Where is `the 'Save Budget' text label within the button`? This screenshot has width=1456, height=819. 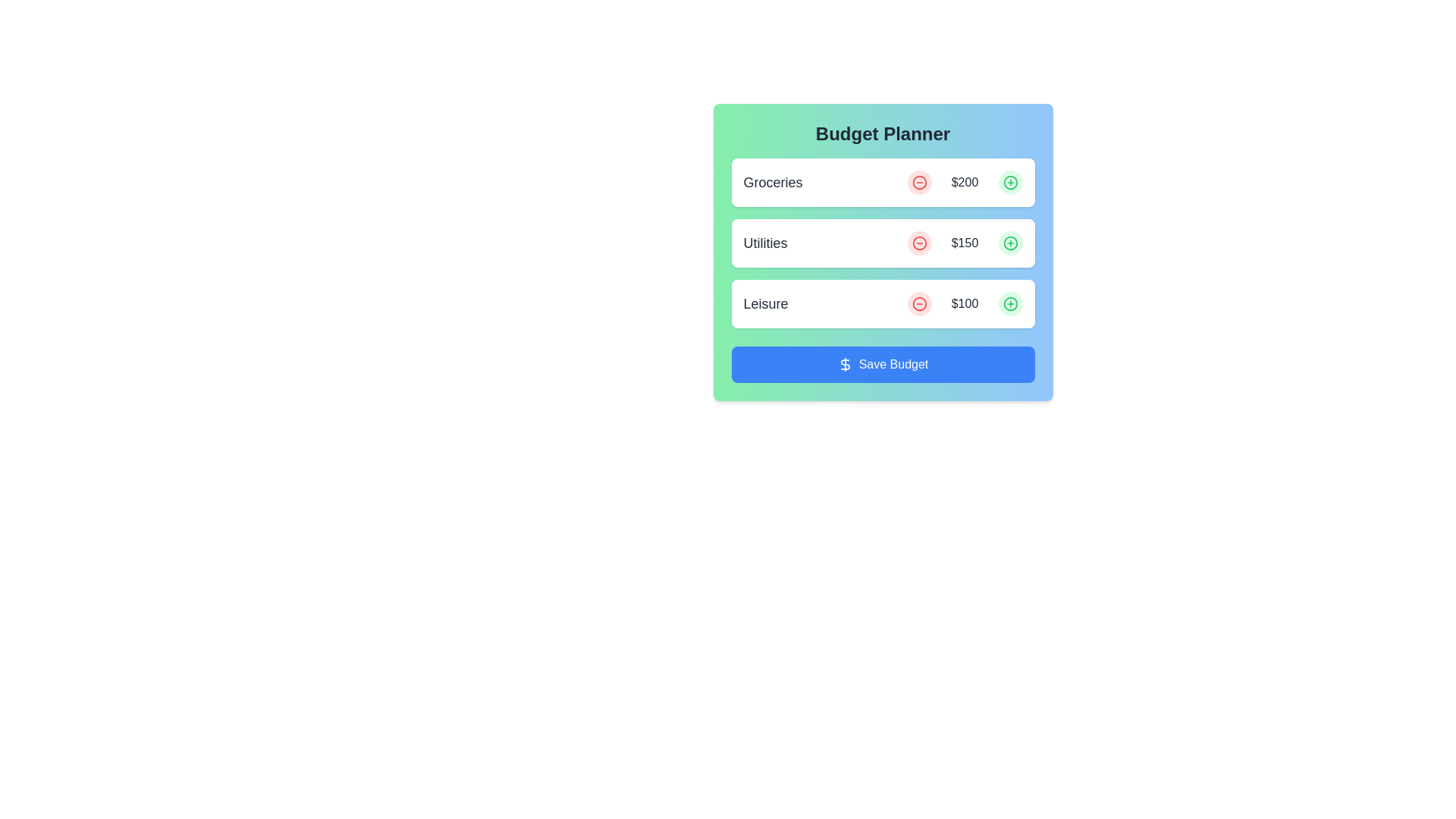 the 'Save Budget' text label within the button is located at coordinates (893, 365).